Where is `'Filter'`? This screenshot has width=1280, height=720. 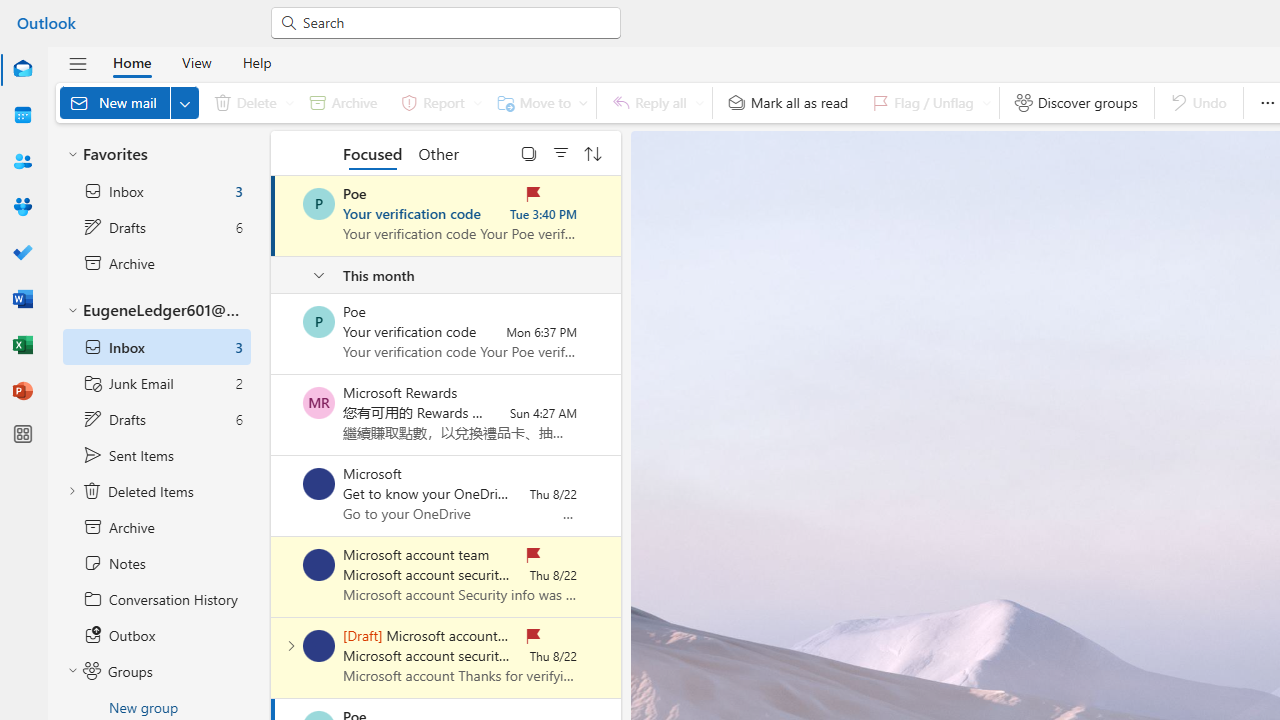
'Filter' is located at coordinates (560, 152).